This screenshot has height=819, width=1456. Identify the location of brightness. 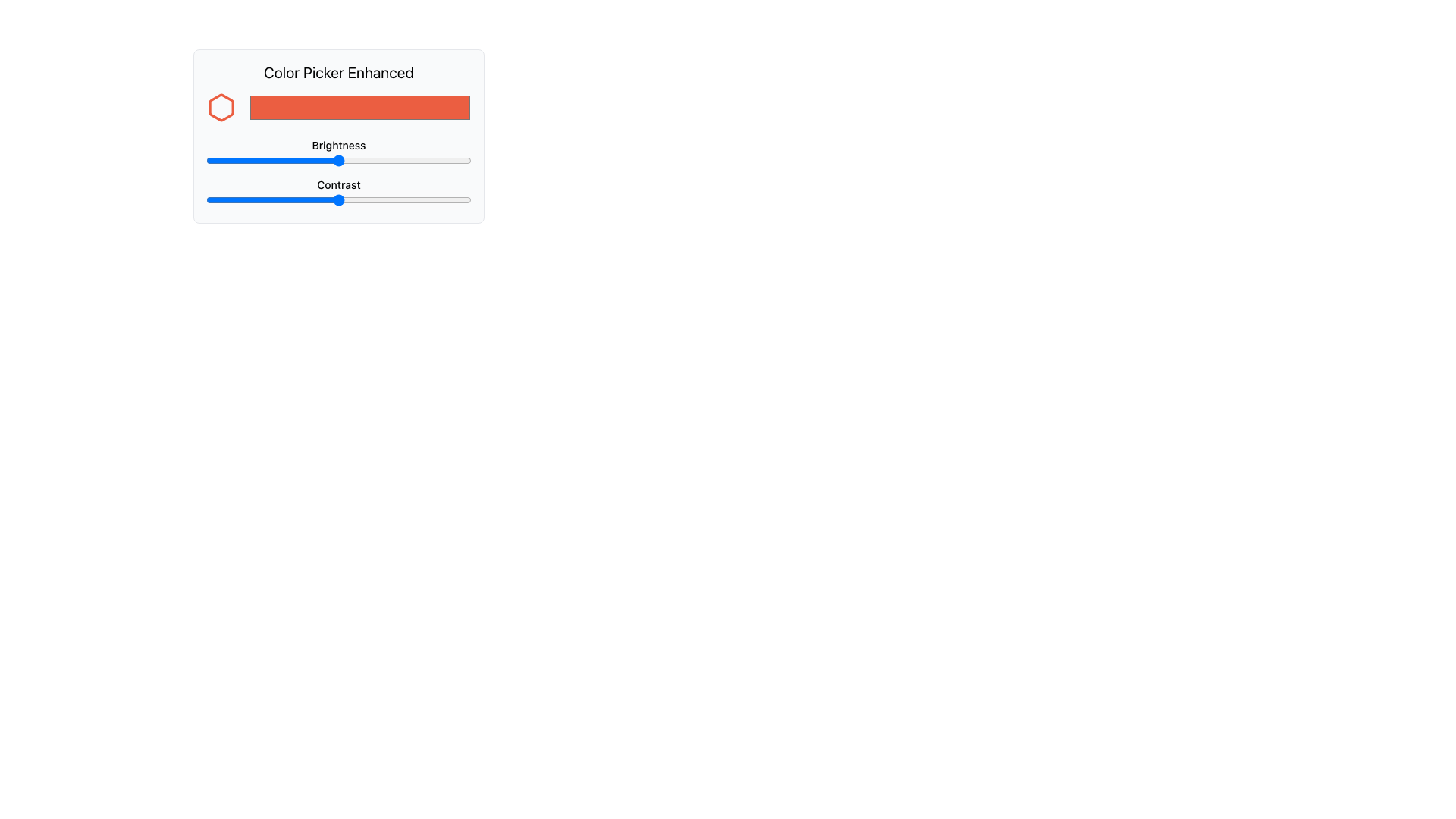
(234, 161).